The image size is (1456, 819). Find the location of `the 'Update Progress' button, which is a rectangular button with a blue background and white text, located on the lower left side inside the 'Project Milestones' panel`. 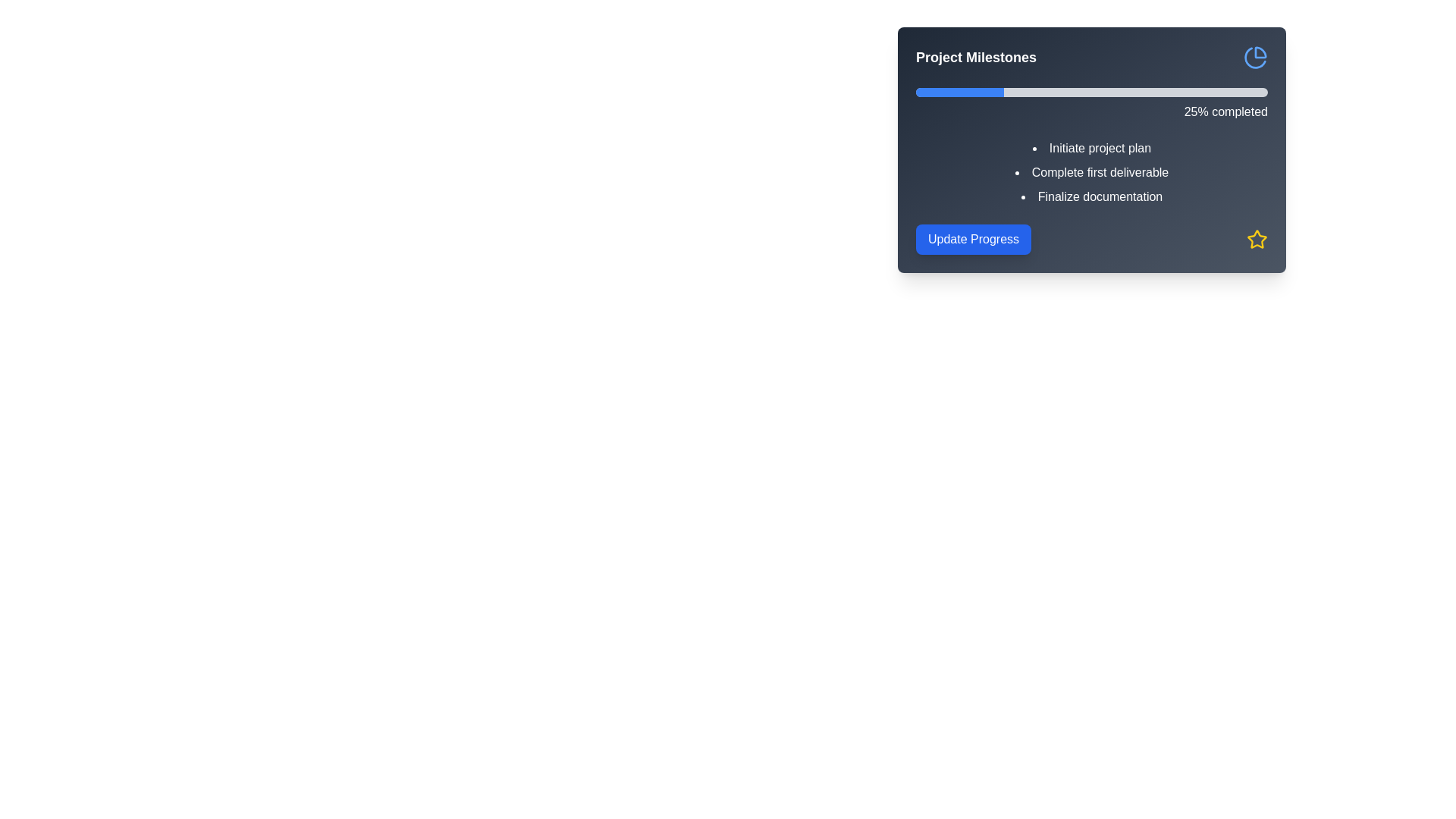

the 'Update Progress' button, which is a rectangular button with a blue background and white text, located on the lower left side inside the 'Project Milestones' panel is located at coordinates (974, 239).